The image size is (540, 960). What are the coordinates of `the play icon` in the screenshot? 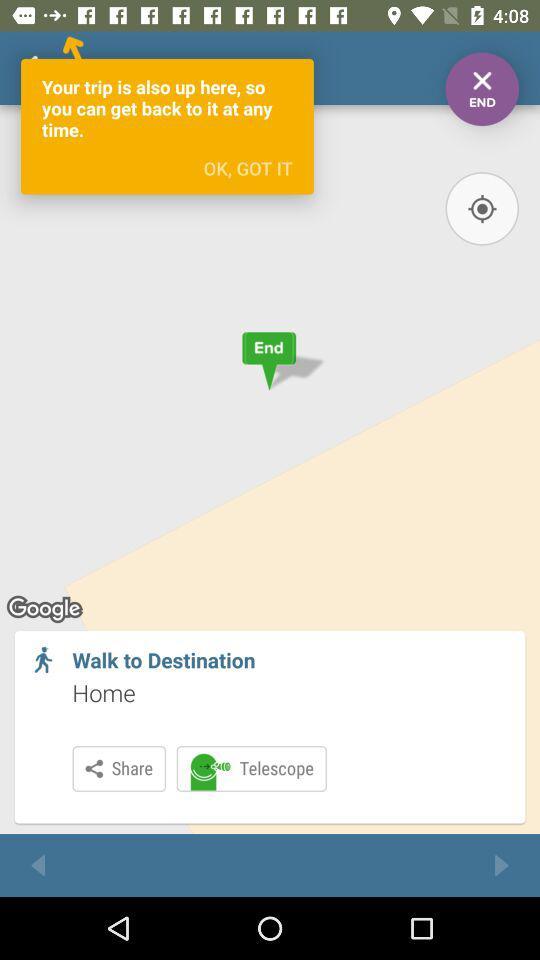 It's located at (500, 864).